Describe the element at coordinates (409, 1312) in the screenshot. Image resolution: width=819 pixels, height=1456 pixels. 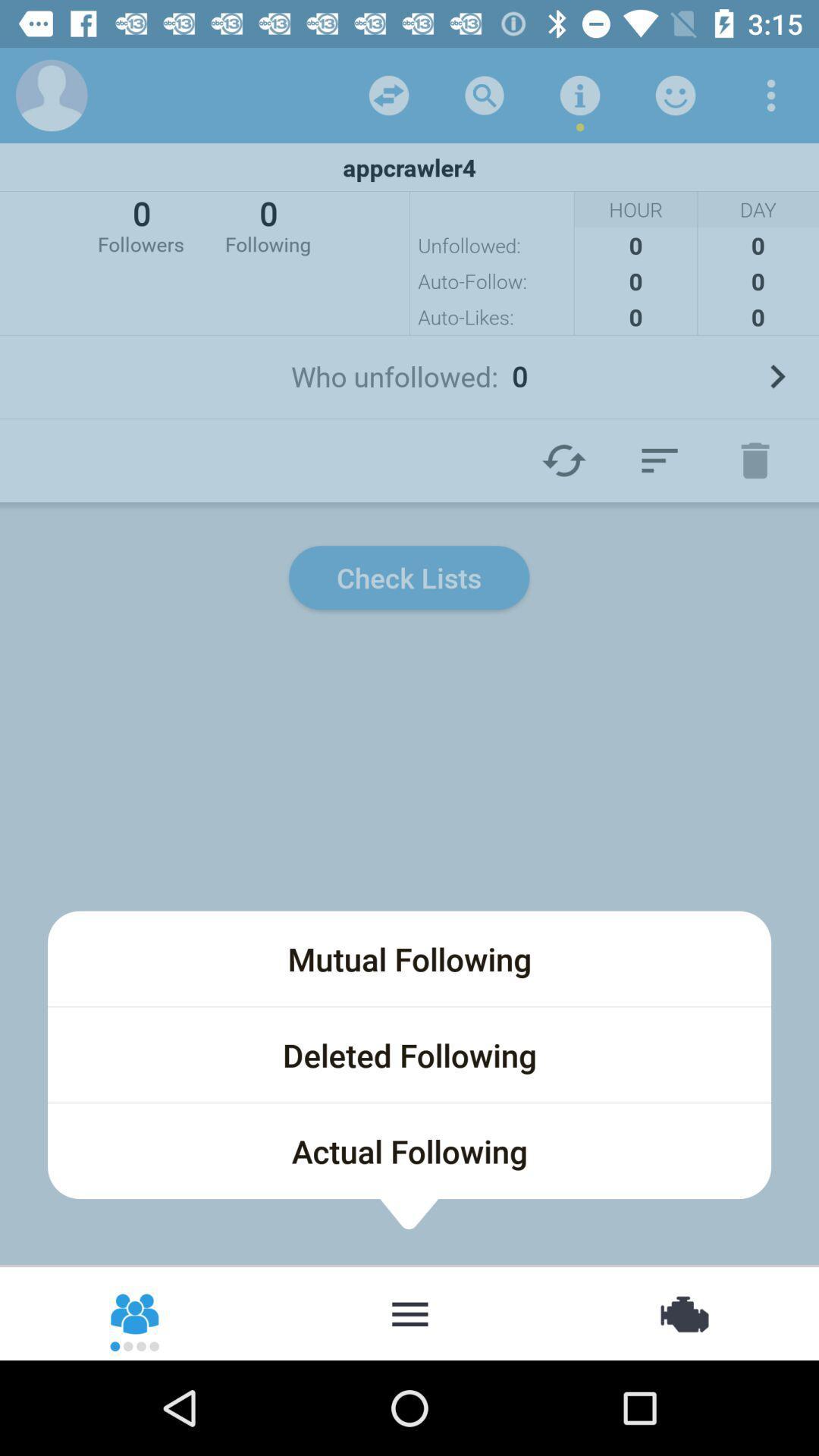
I see `burger menu for following` at that location.